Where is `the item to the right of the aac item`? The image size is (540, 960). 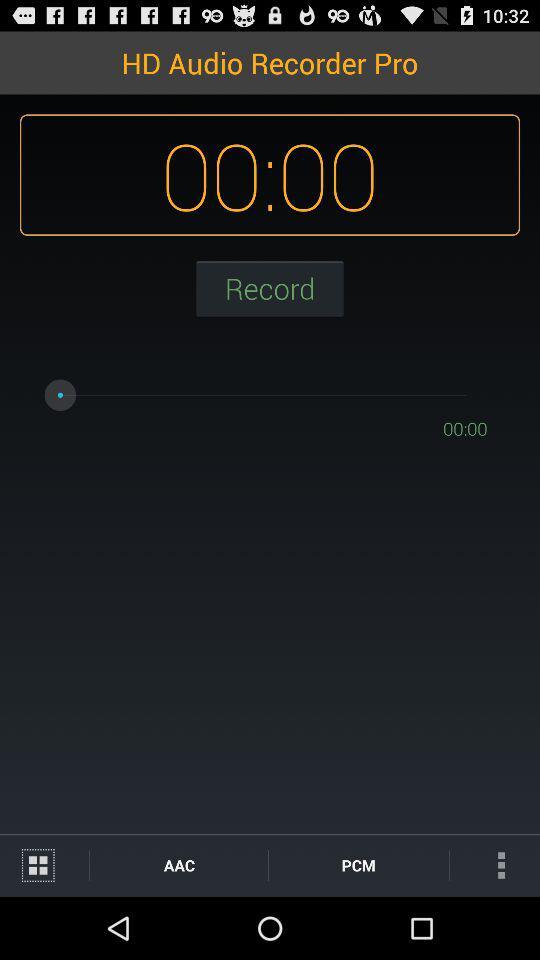
the item to the right of the aac item is located at coordinates (357, 864).